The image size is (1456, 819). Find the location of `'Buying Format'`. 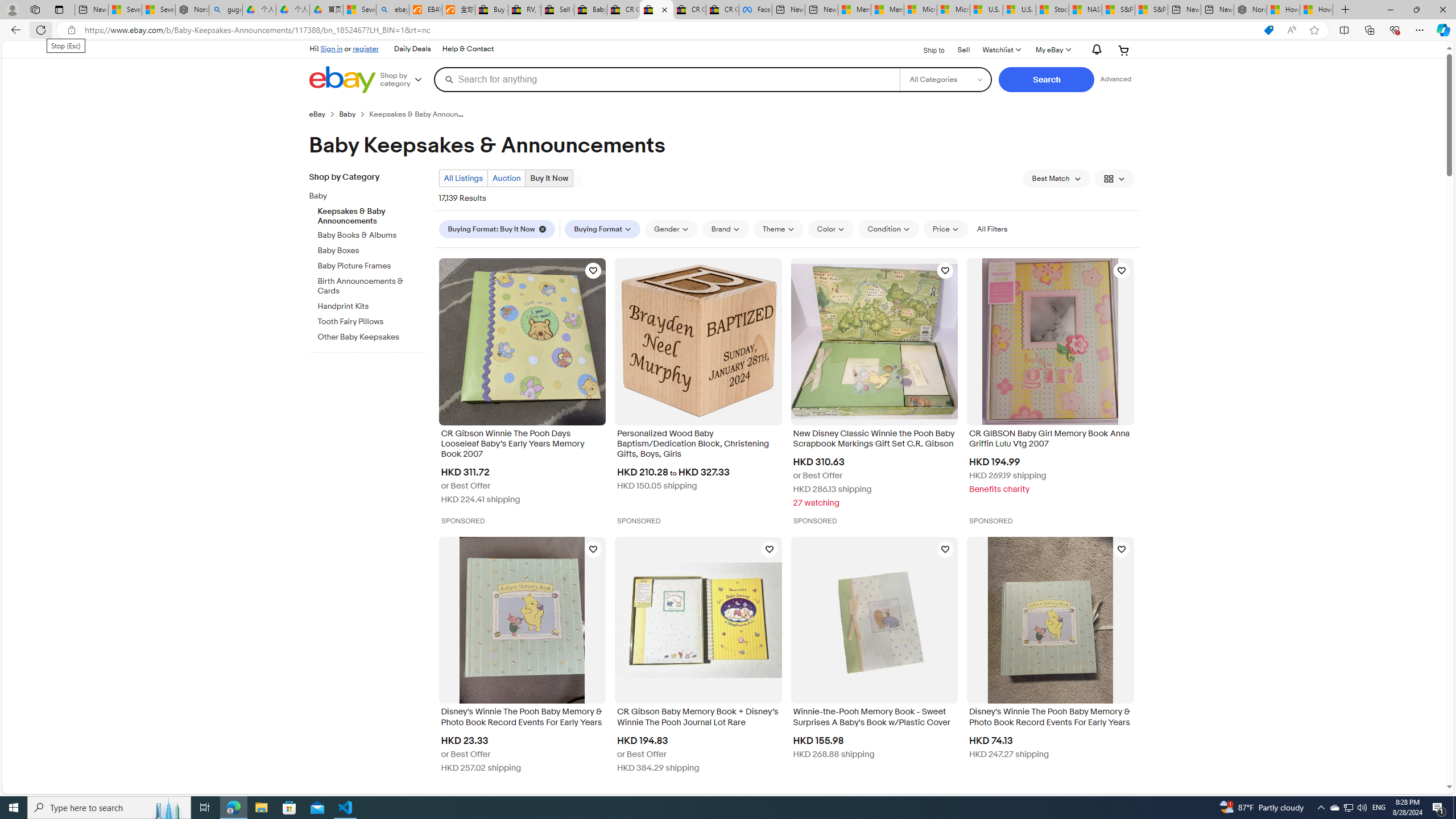

'Buying Format' is located at coordinates (602, 229).